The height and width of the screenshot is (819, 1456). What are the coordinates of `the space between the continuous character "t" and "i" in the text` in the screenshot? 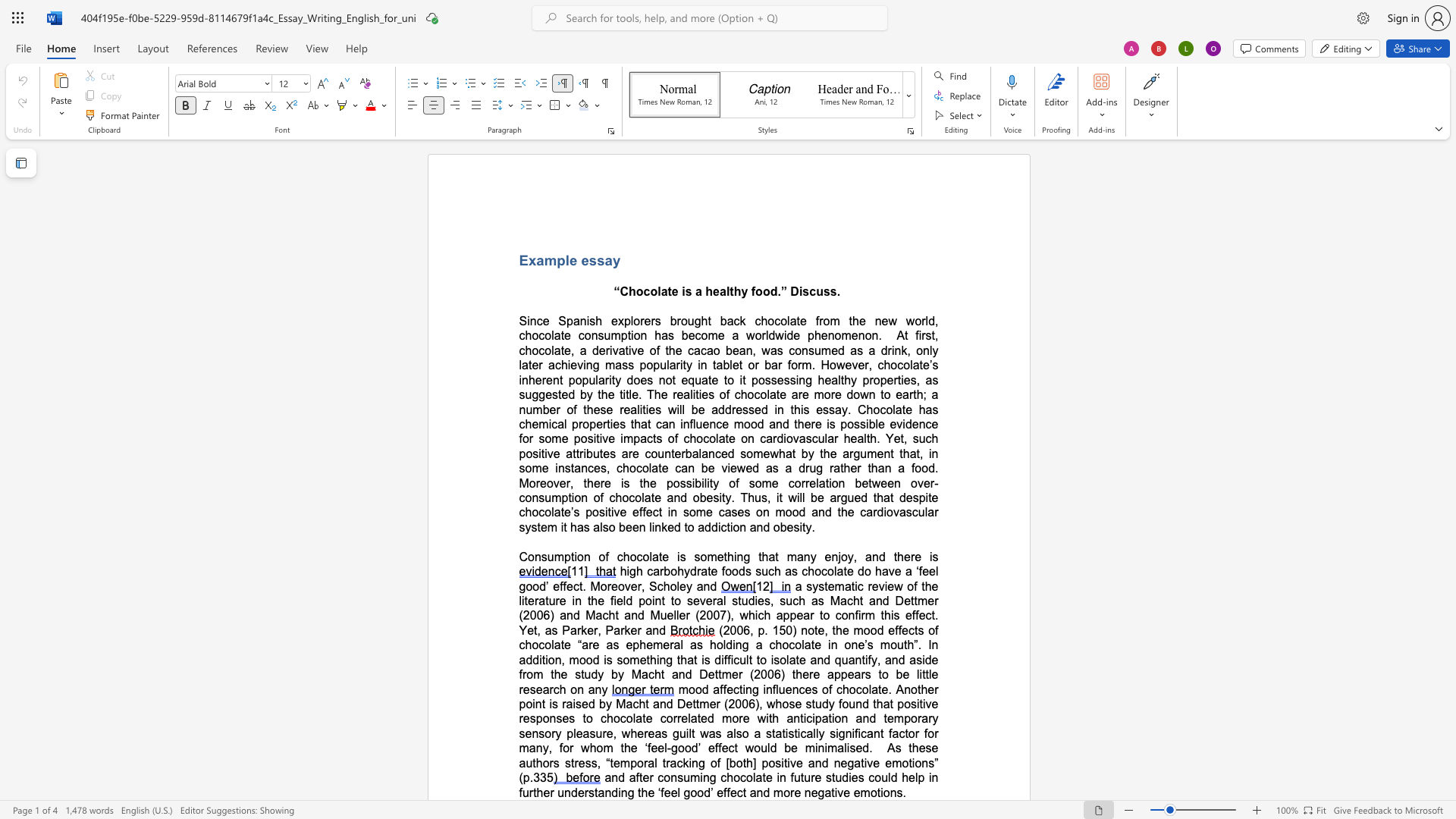 It's located at (730, 526).